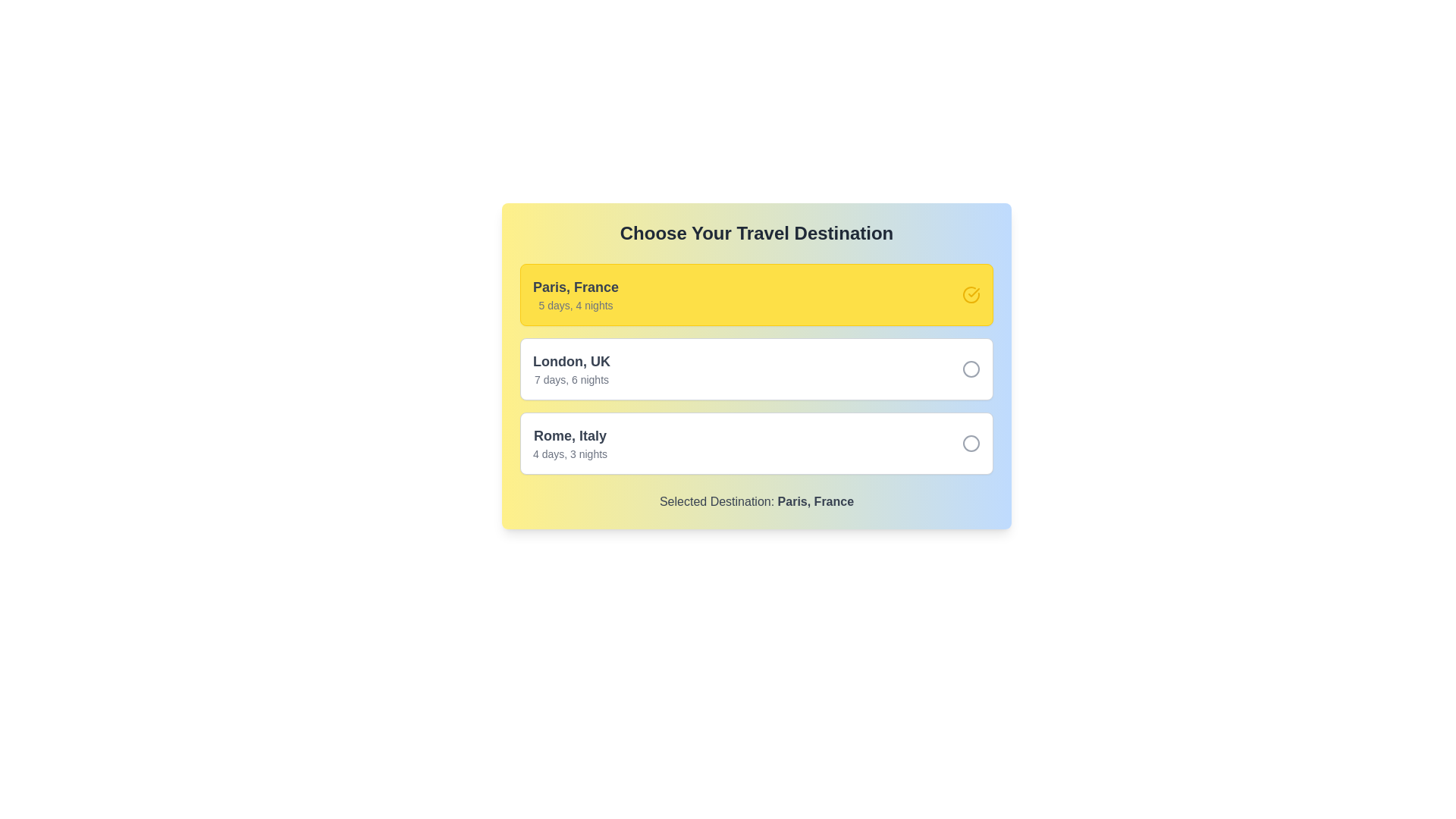 The width and height of the screenshot is (1456, 819). What do you see at coordinates (570, 379) in the screenshot?
I see `the additional information text element located directly below the 'London, UK' title in the travel destination options` at bounding box center [570, 379].